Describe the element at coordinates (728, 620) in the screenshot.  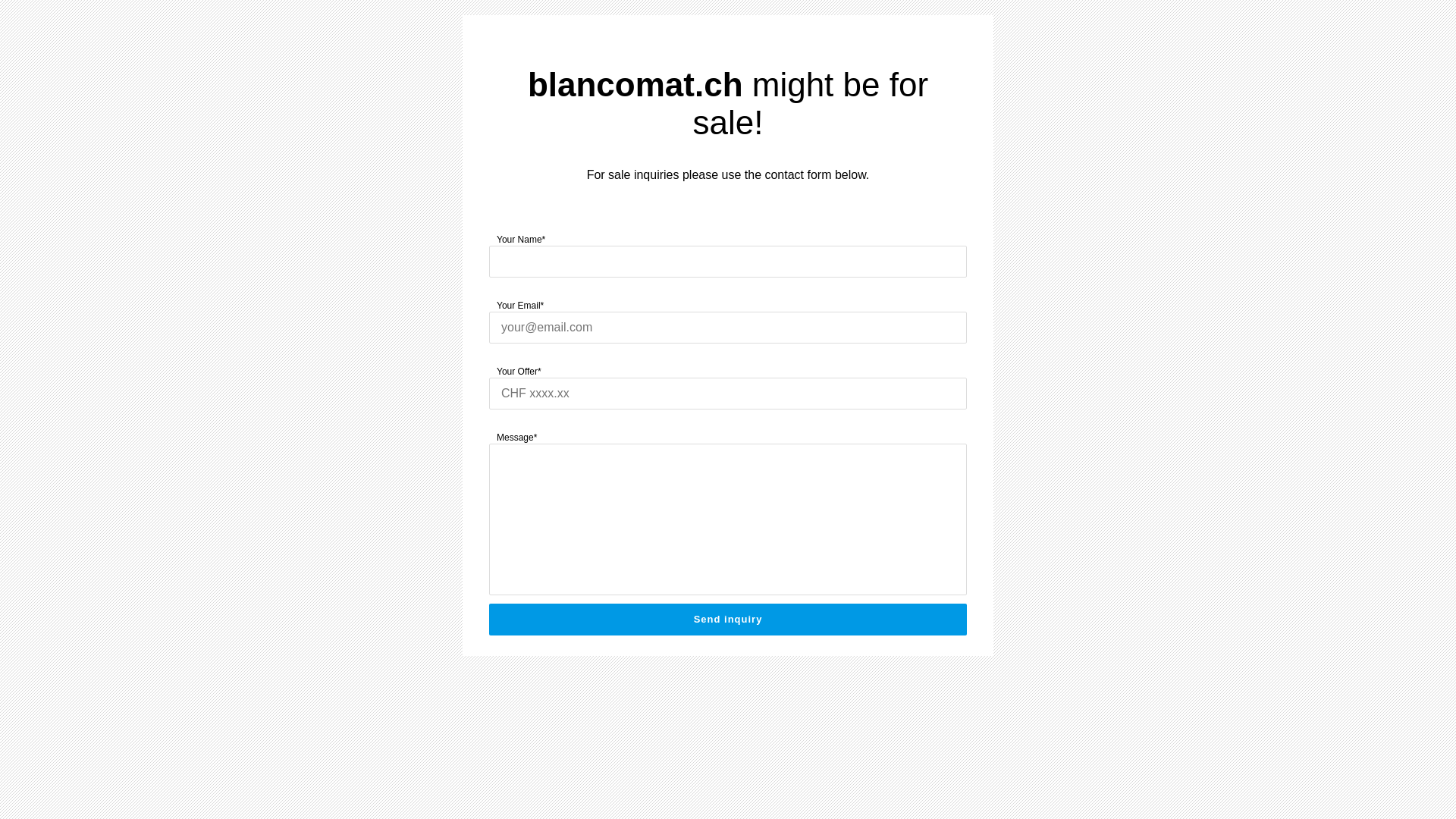
I see `'Send inquiry'` at that location.